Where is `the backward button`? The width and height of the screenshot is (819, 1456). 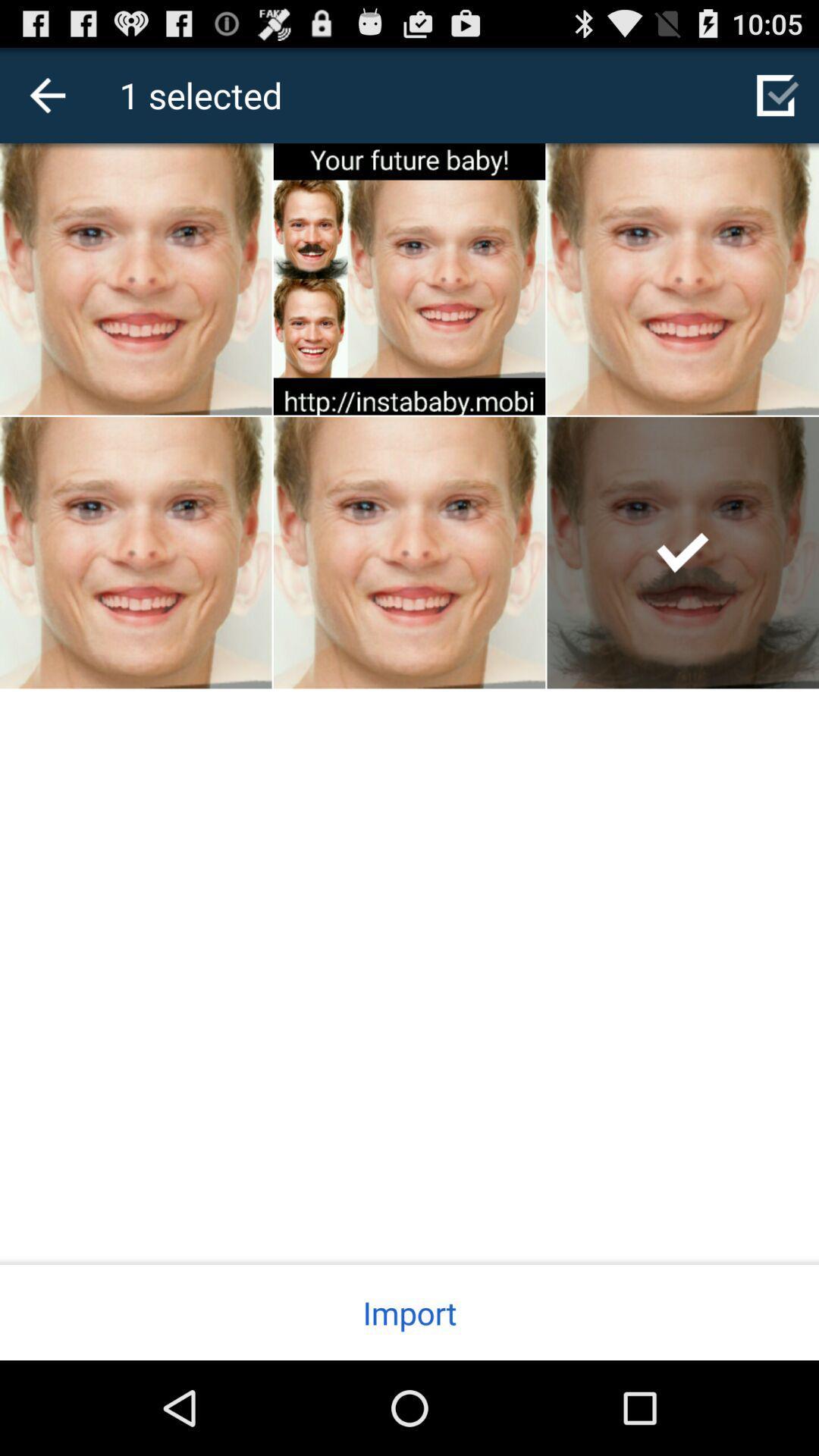
the backward button is located at coordinates (46, 94).